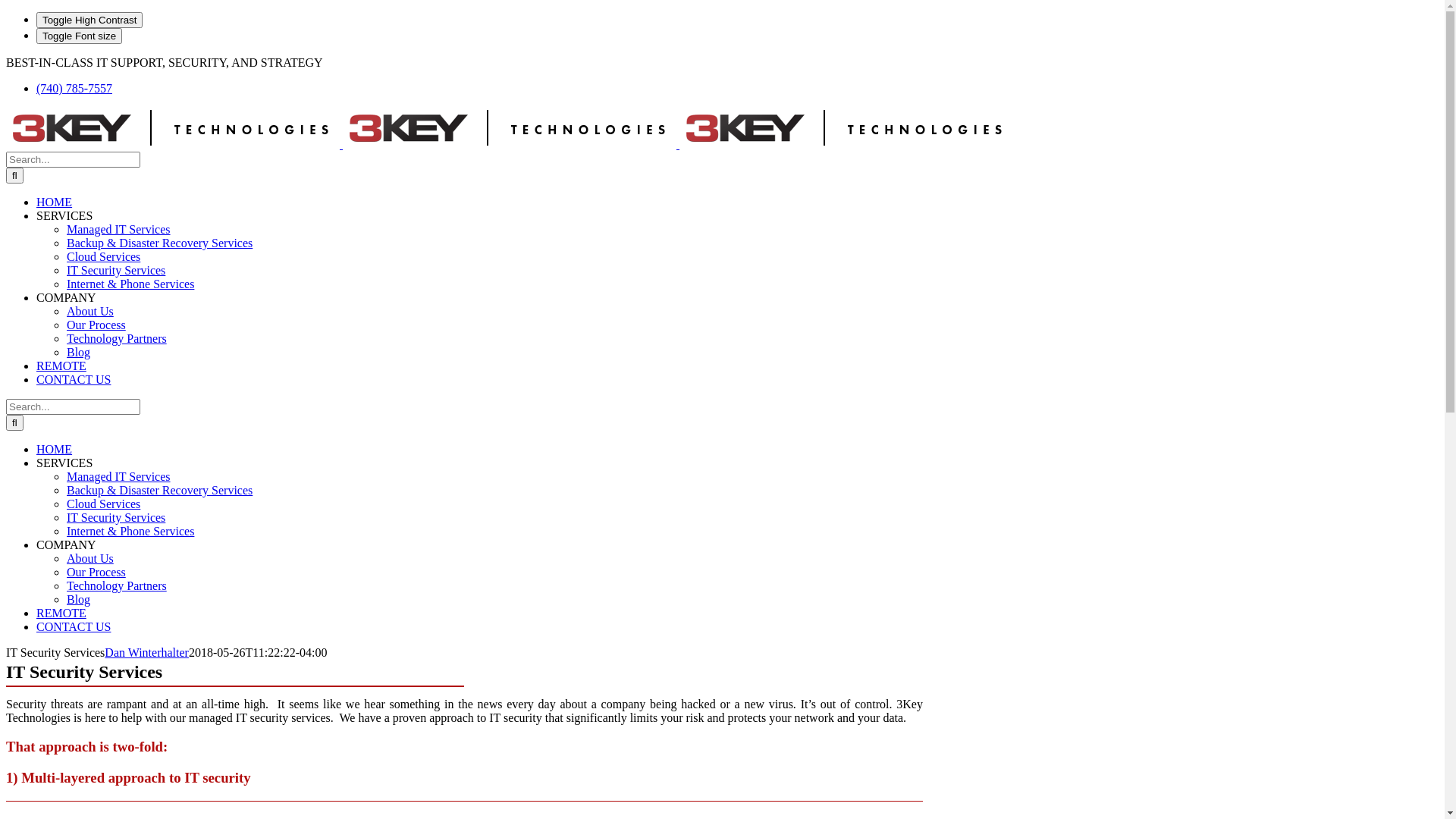 The image size is (1456, 819). Describe the element at coordinates (78, 35) in the screenshot. I see `'Toggle Font size'` at that location.